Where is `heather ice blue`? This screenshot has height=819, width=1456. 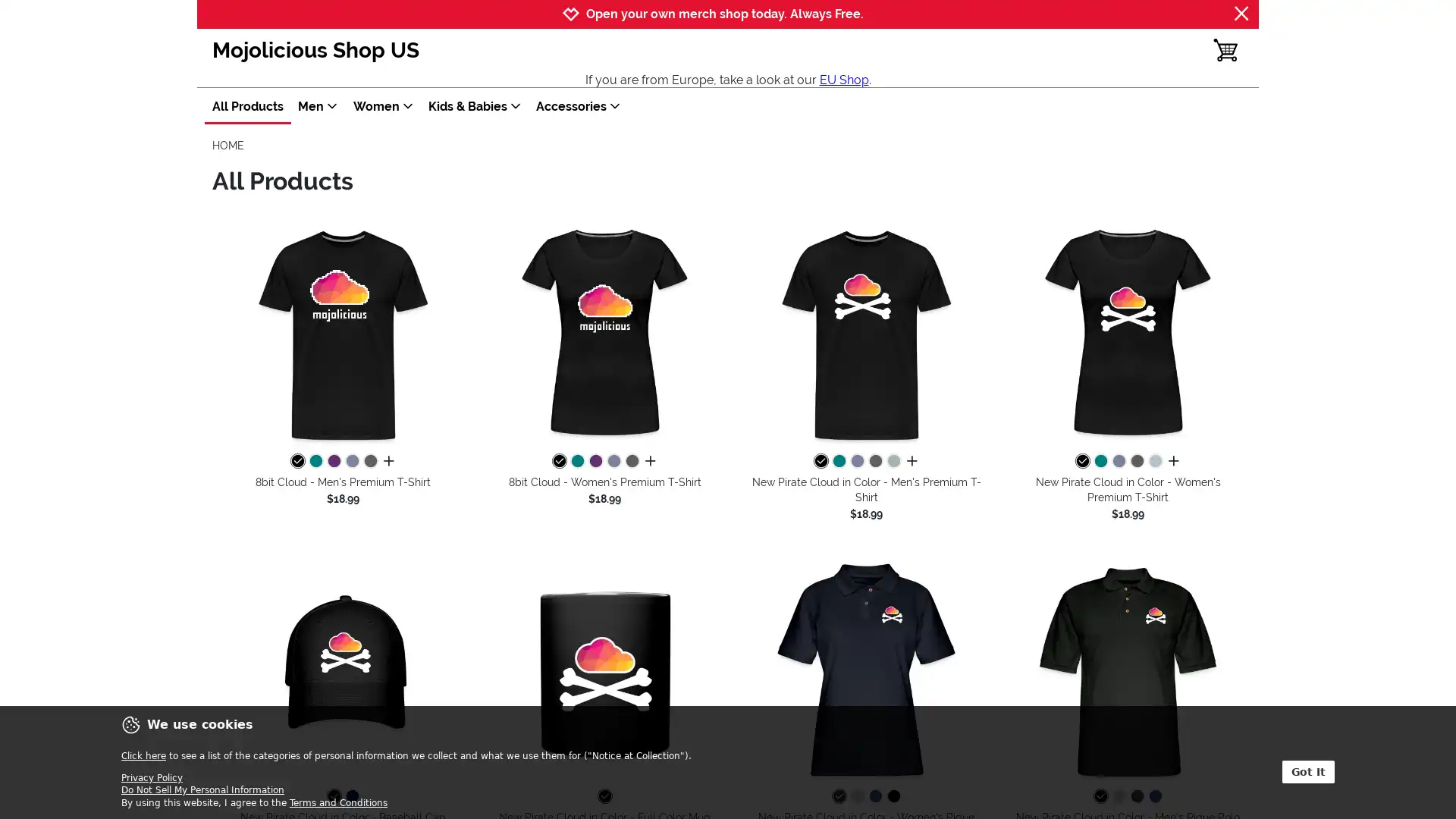
heather ice blue is located at coordinates (1153, 461).